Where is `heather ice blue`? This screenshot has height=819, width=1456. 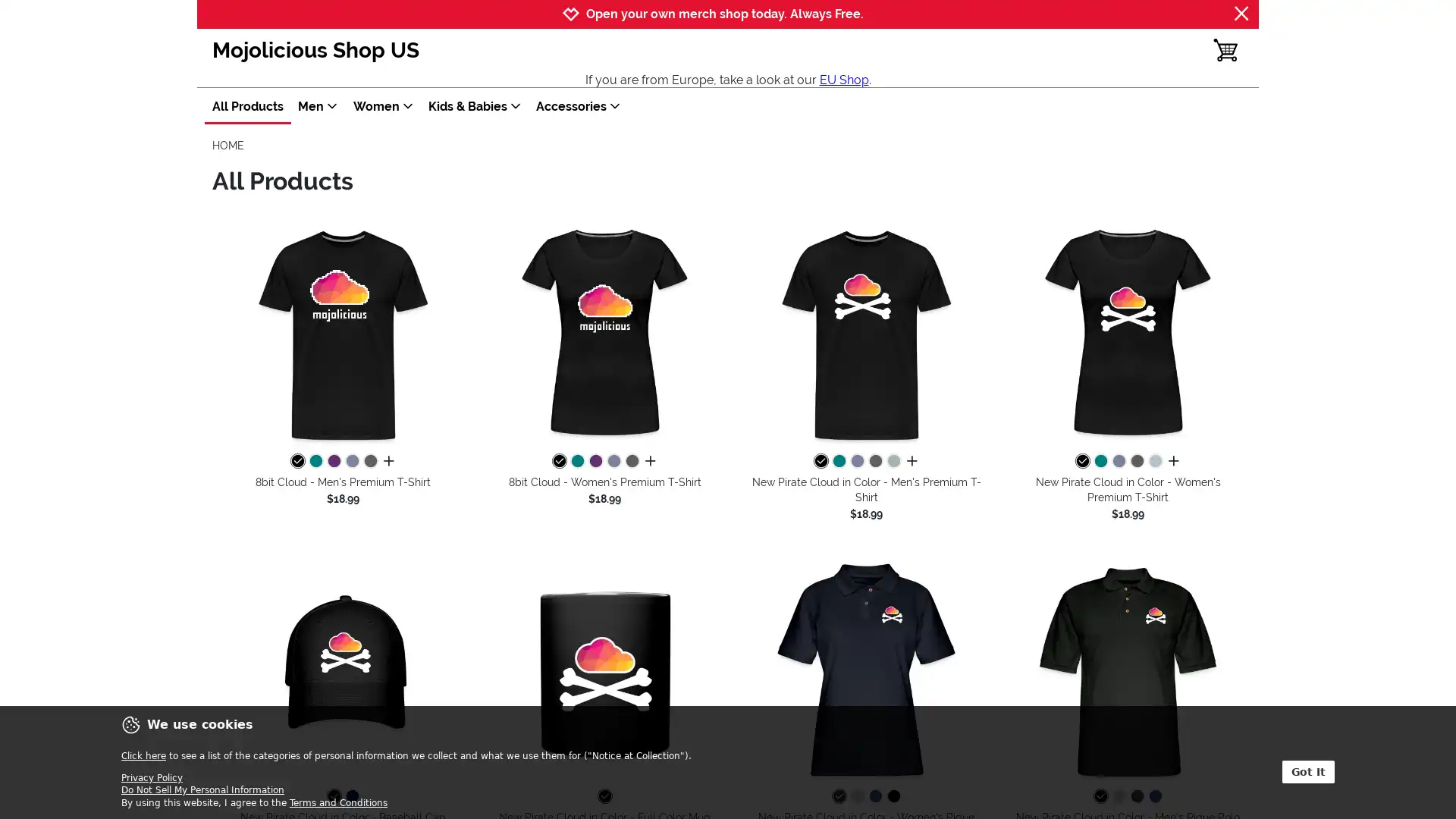
heather ice blue is located at coordinates (1153, 461).